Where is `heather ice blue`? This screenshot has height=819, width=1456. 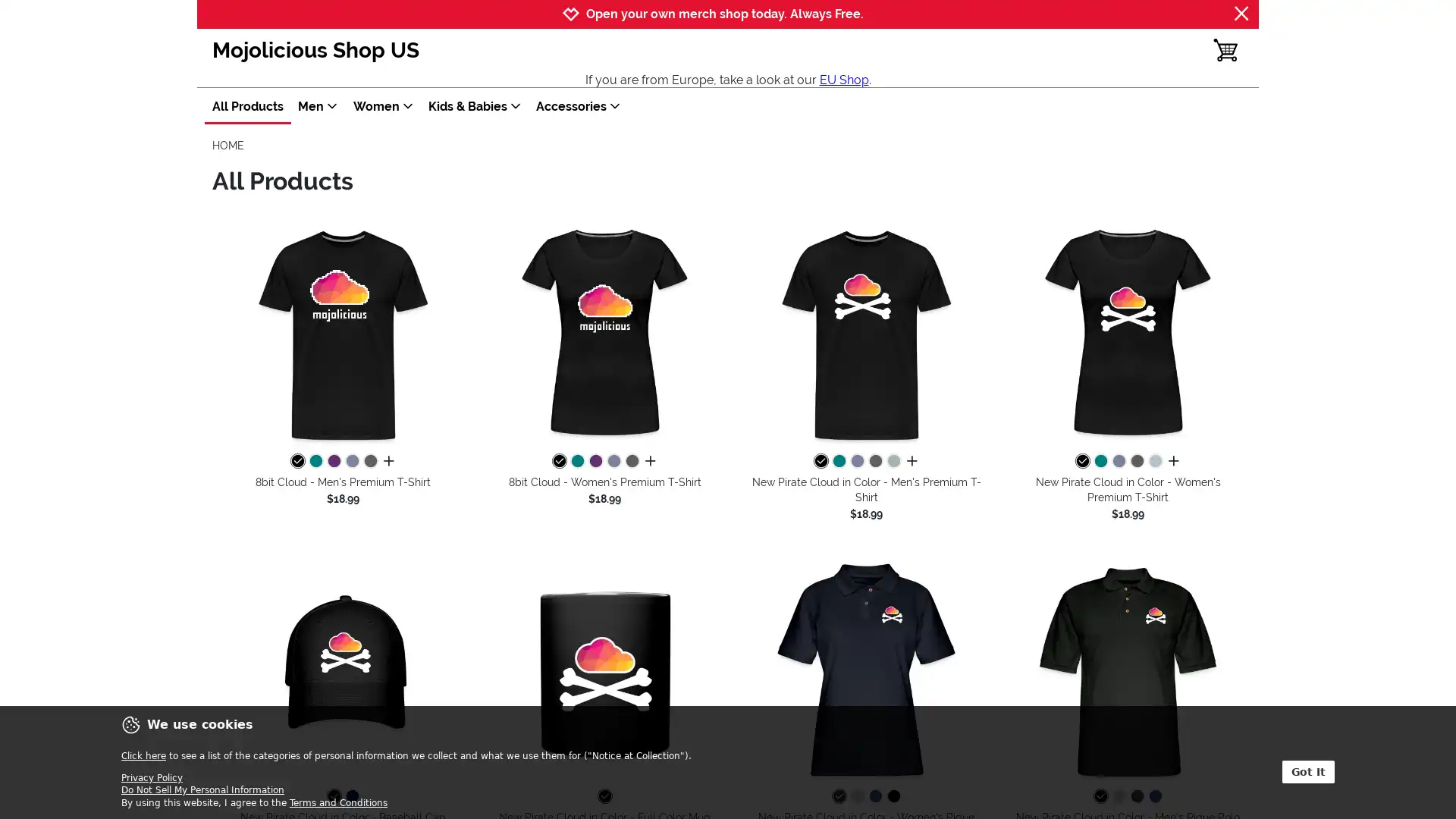
heather ice blue is located at coordinates (1153, 461).